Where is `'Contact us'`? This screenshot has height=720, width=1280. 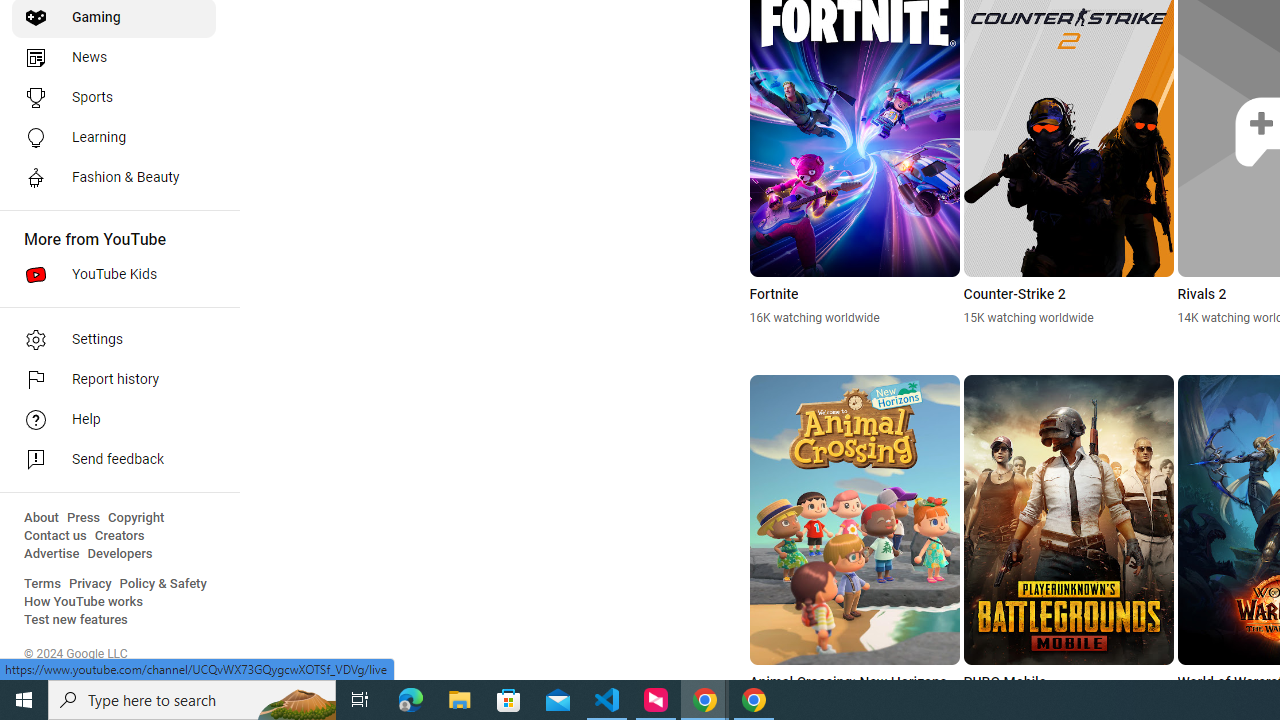 'Contact us' is located at coordinates (55, 535).